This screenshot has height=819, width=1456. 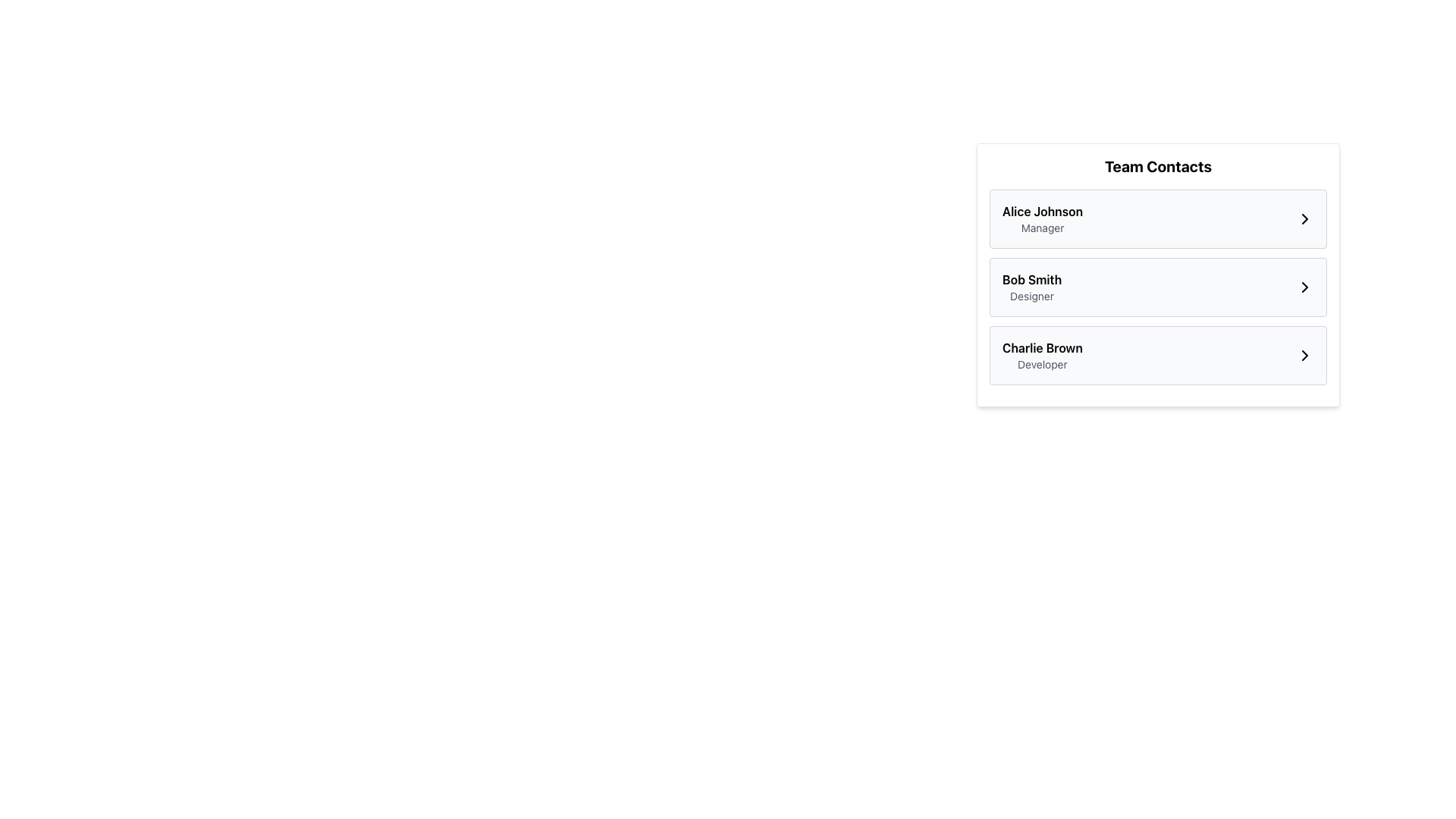 I want to click on the second card in the 'Team Contacts' list representing contact information for 'Bob Smith', so click(x=1157, y=287).